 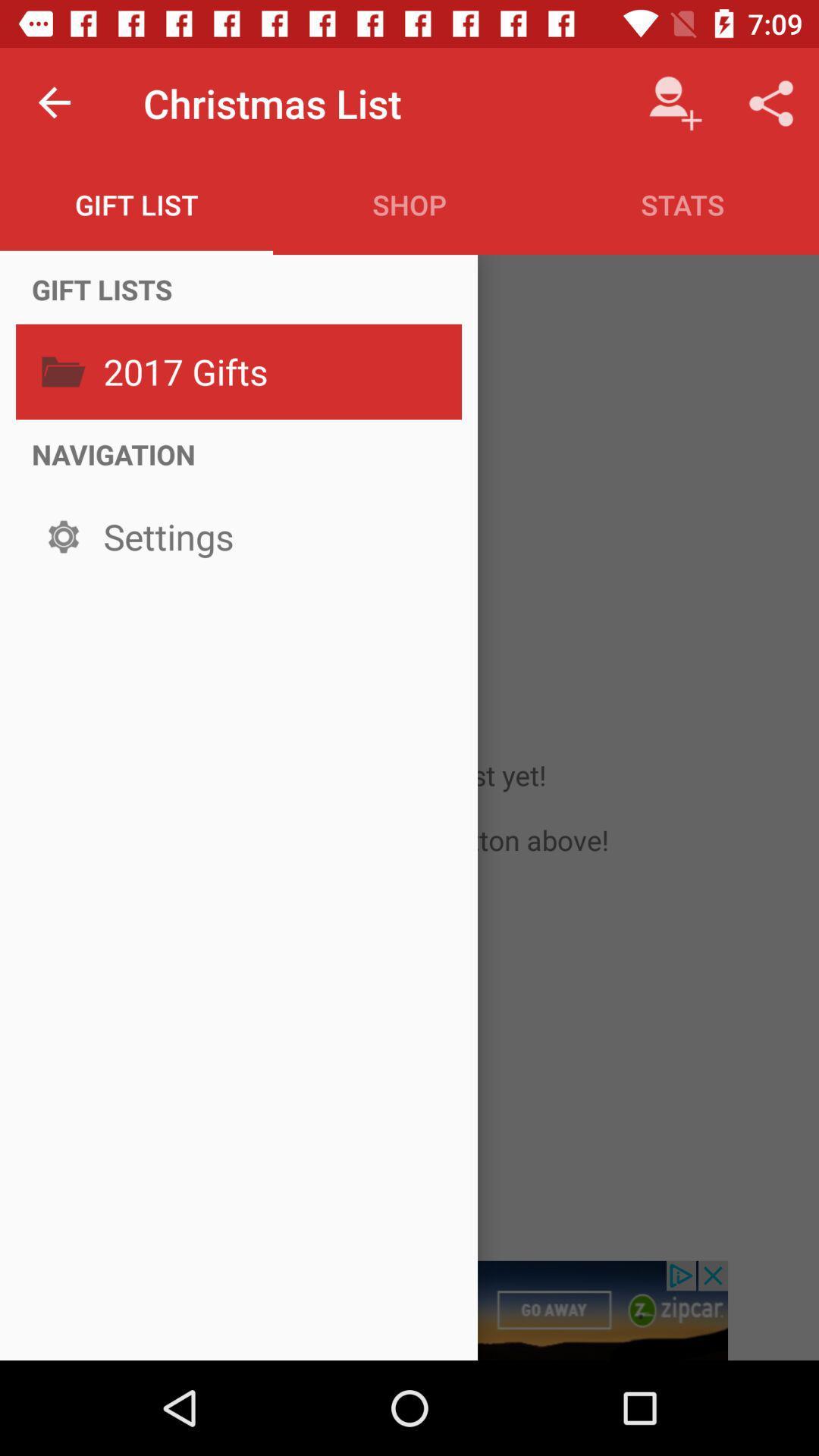 I want to click on the item next to christmas list icon, so click(x=55, y=102).